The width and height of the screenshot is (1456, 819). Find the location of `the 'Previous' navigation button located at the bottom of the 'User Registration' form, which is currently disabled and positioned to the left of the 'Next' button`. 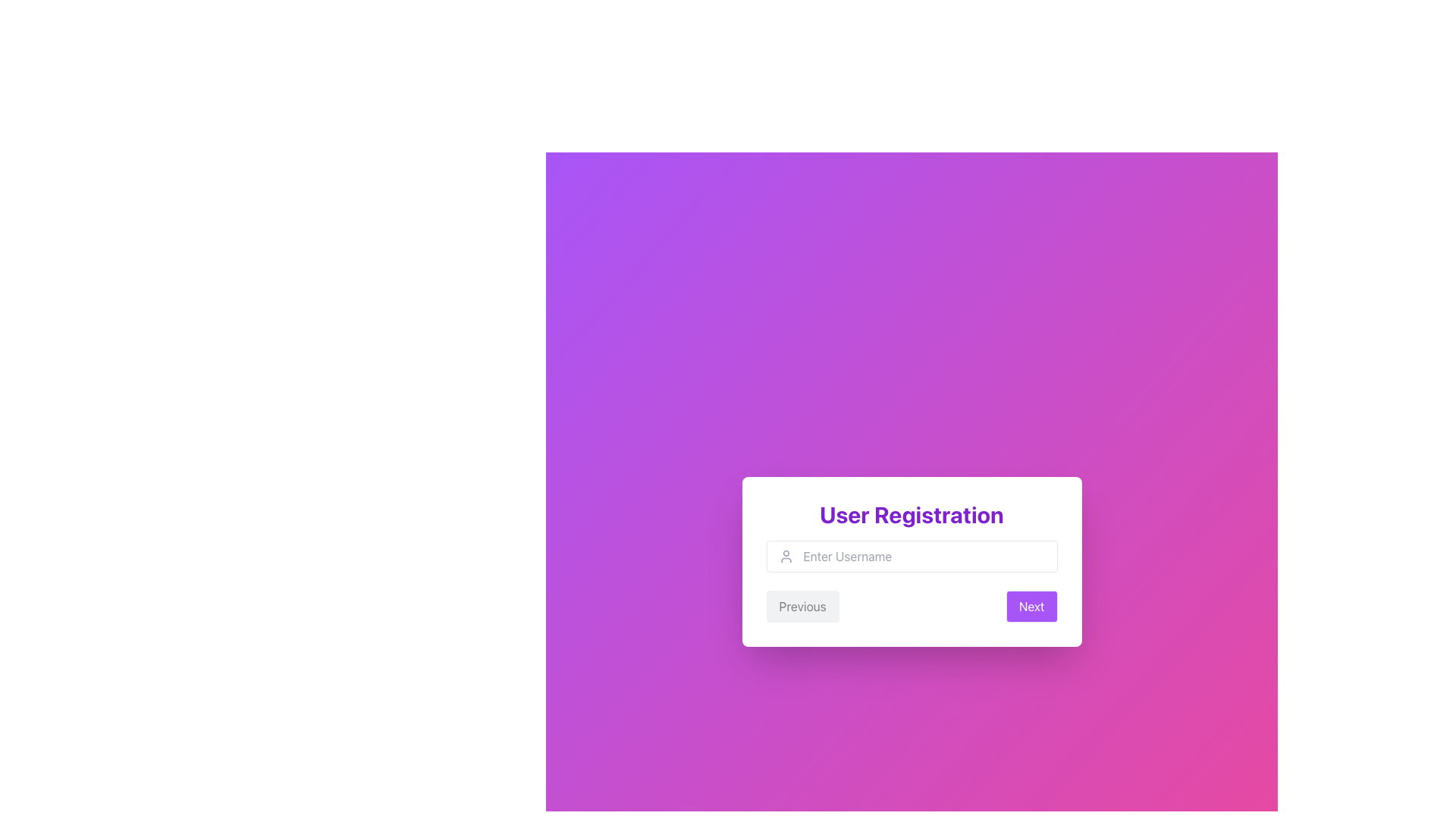

the 'Previous' navigation button located at the bottom of the 'User Registration' form, which is currently disabled and positioned to the left of the 'Next' button is located at coordinates (802, 605).